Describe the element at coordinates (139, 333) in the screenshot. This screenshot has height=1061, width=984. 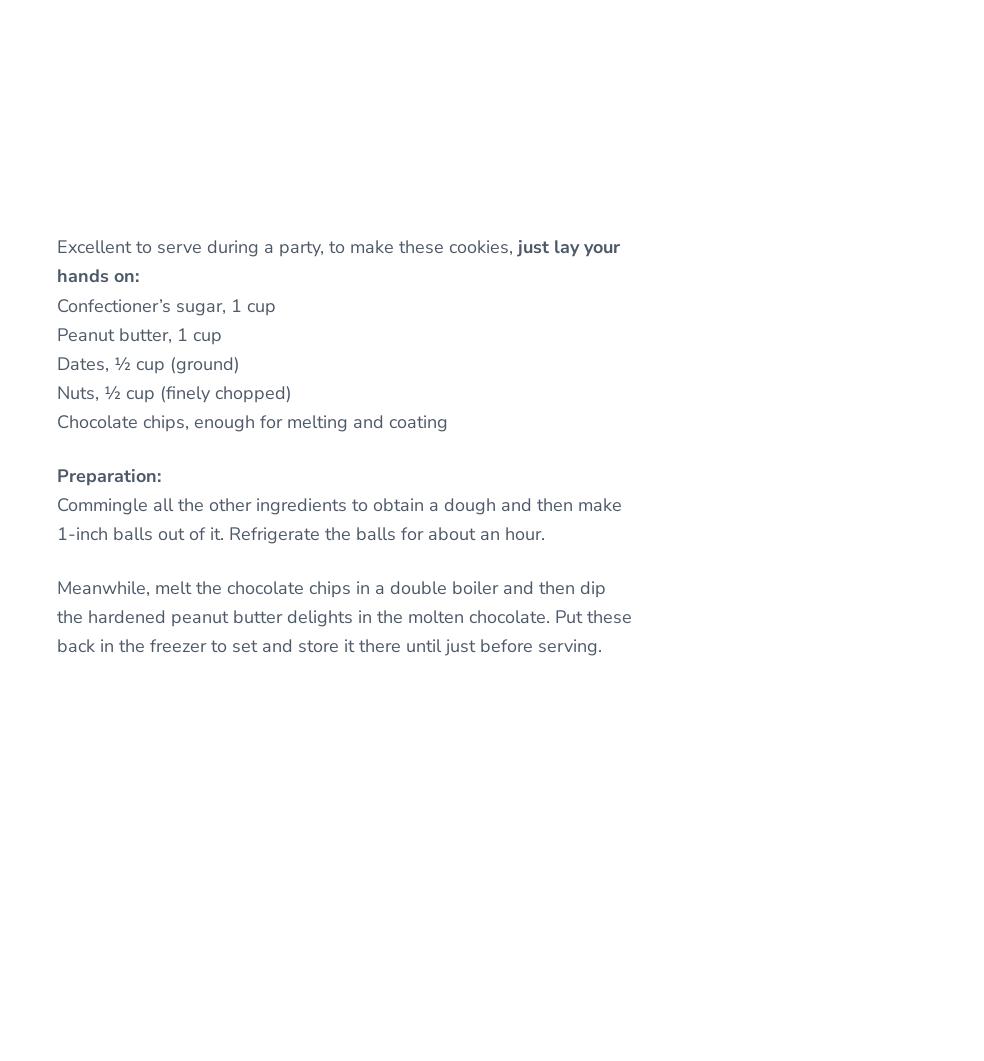
I see `'Peanut butter, 1 cup'` at that location.